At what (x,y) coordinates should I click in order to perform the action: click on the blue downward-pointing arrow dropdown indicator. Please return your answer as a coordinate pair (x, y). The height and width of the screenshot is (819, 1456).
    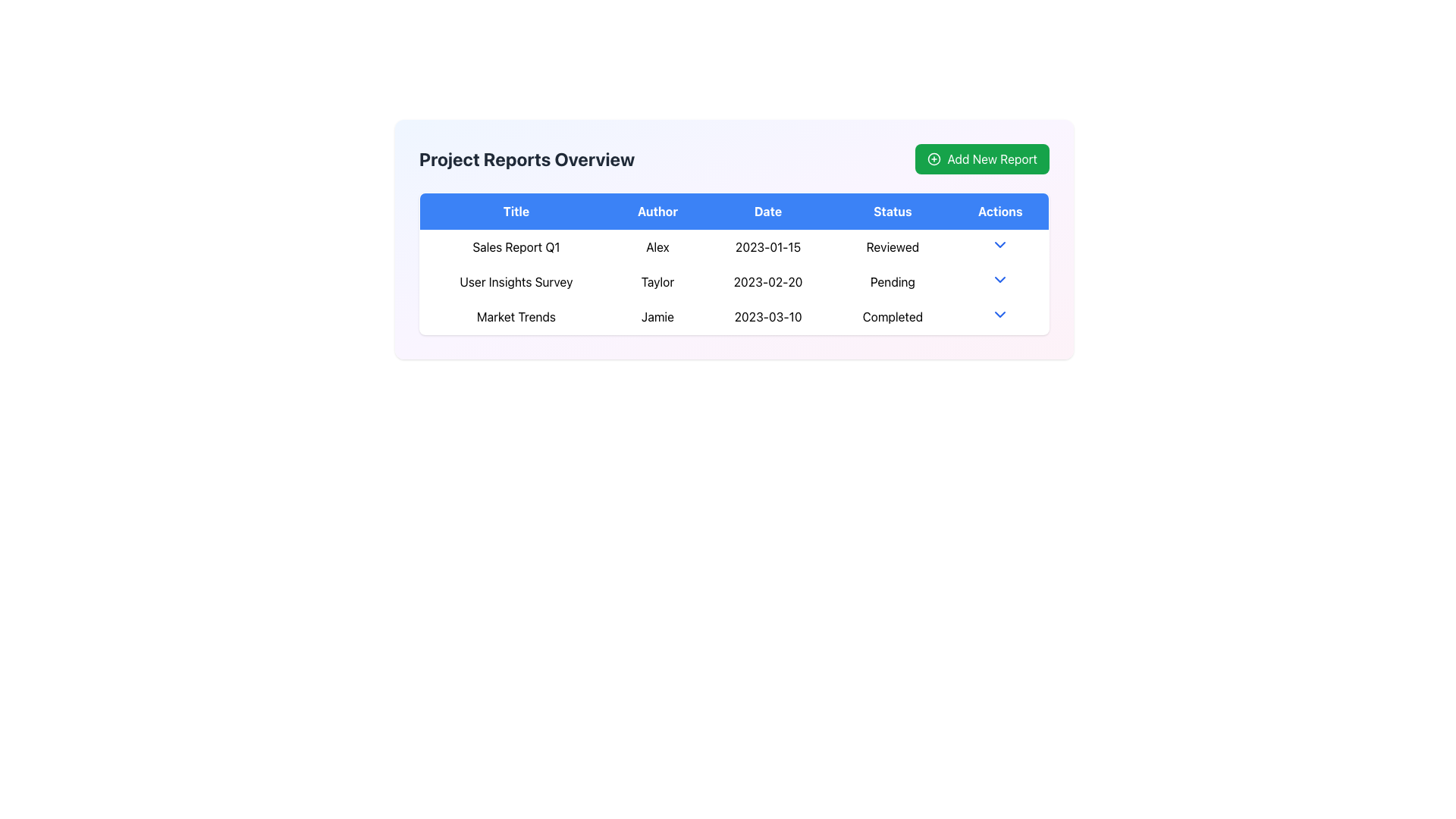
    Looking at the image, I should click on (1000, 246).